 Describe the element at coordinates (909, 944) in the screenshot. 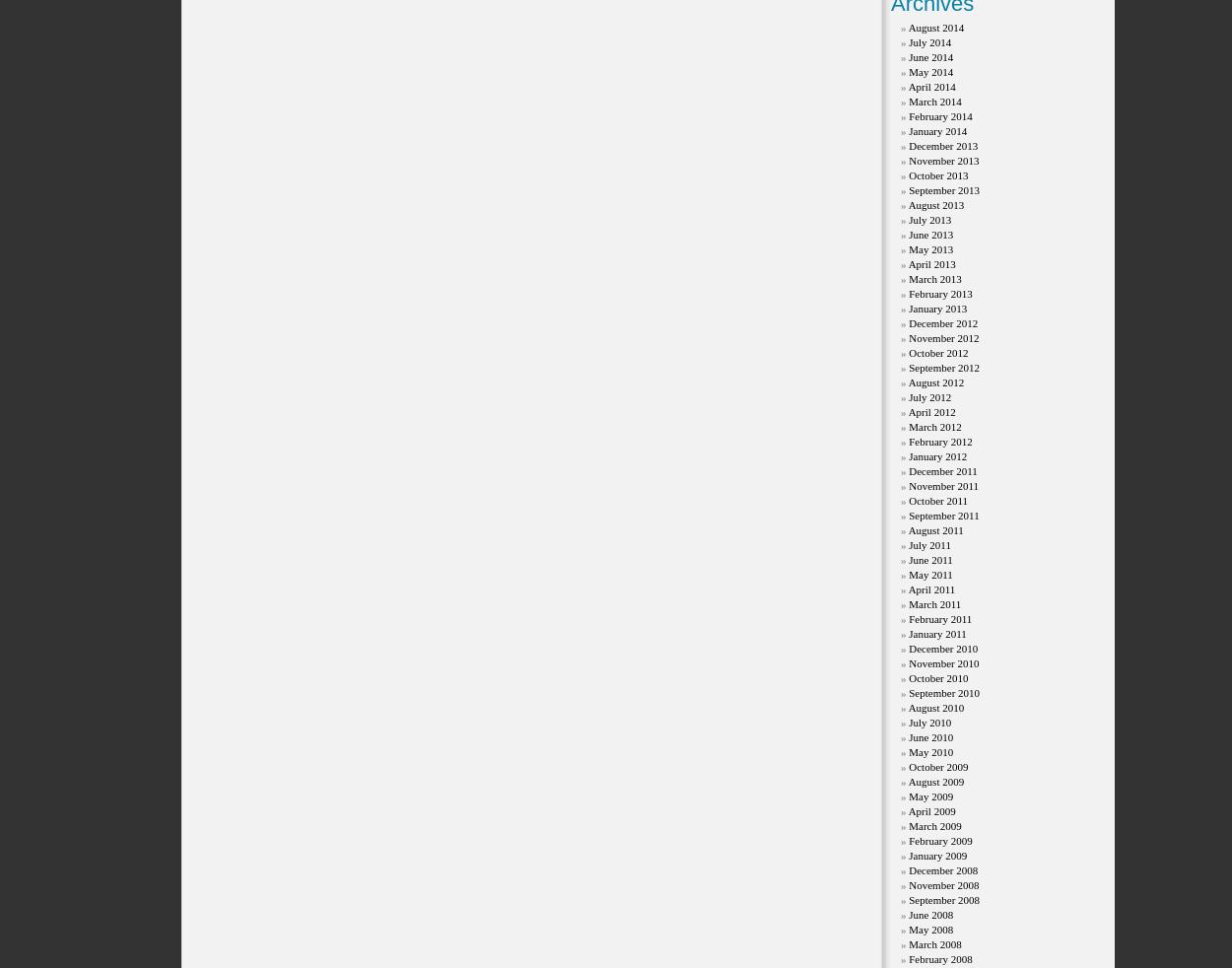

I see `'March 2008'` at that location.